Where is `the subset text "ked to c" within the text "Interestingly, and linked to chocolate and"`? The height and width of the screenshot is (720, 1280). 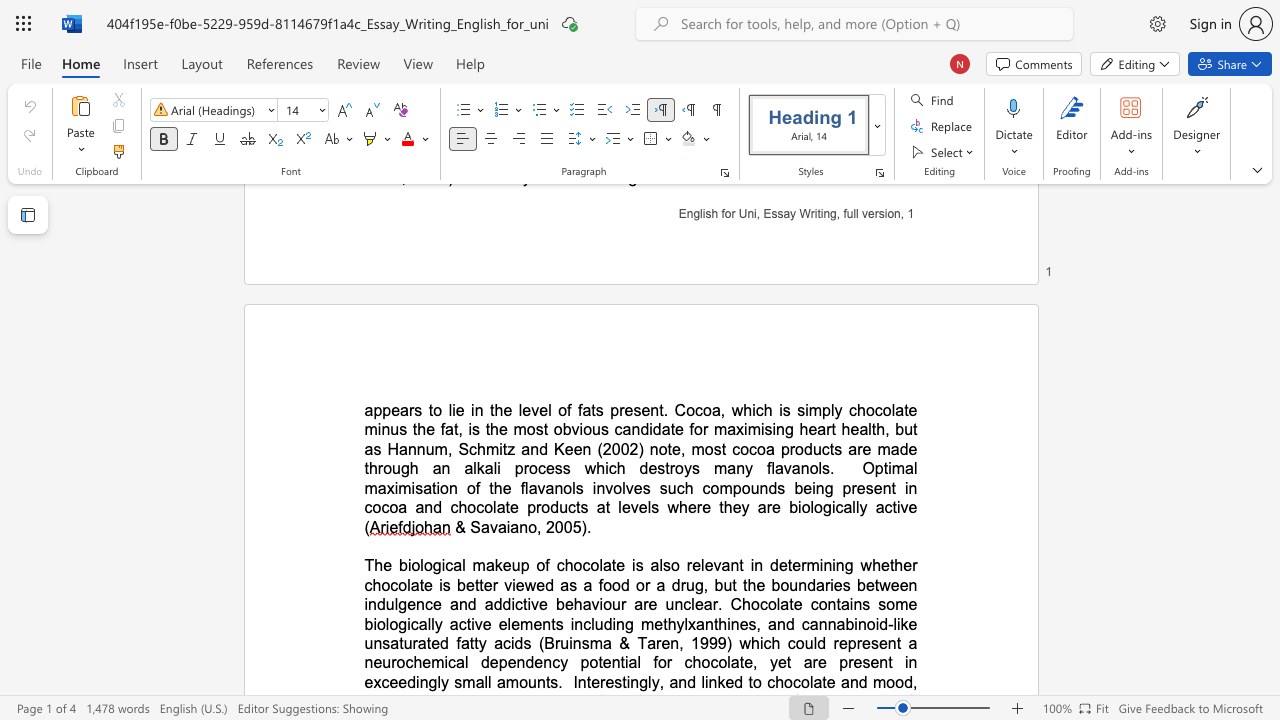 the subset text "ked to c" within the text "Interestingly, and linked to chocolate and" is located at coordinates (717, 681).